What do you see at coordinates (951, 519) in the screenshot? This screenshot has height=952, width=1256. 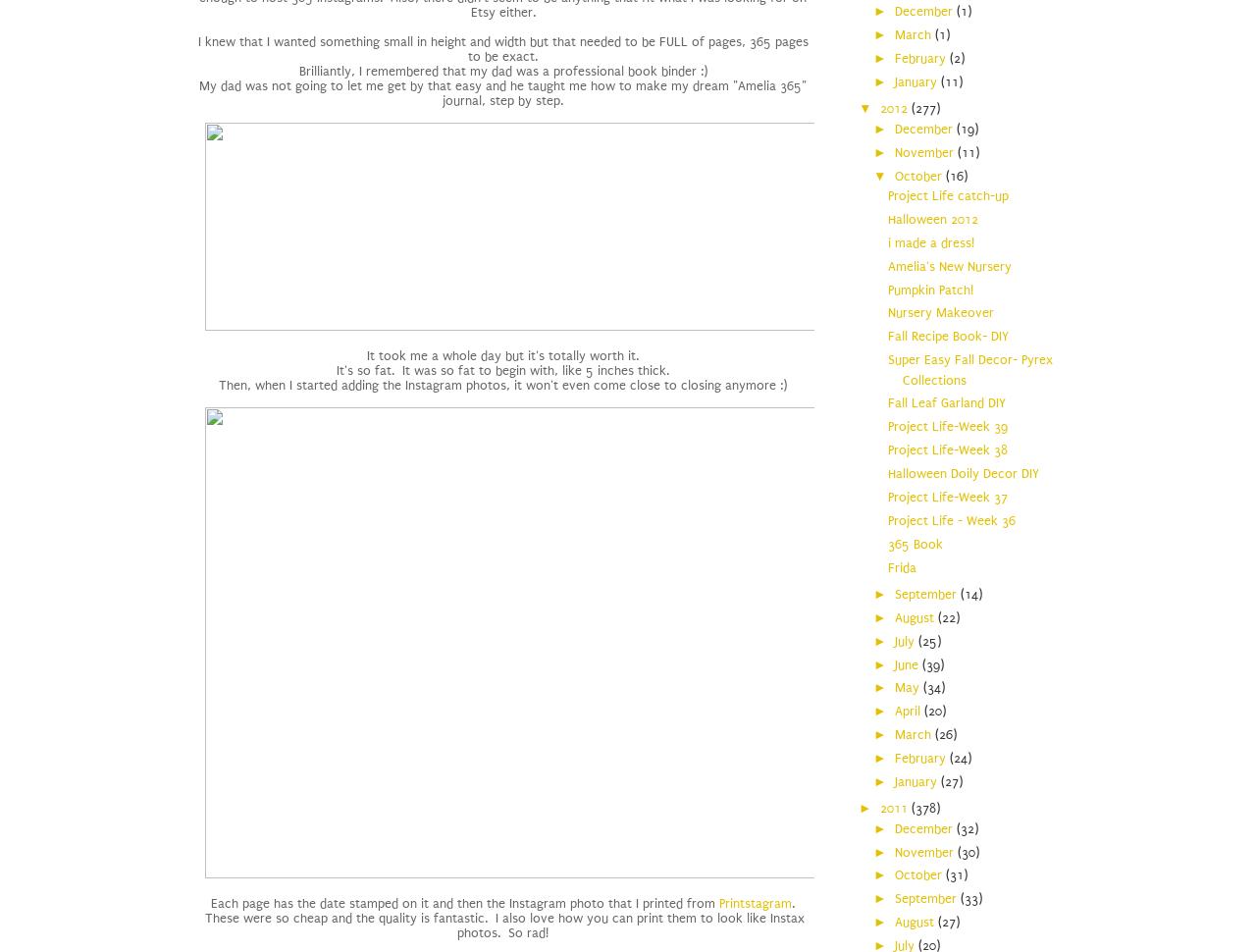 I see `'Project Life - Week 36'` at bounding box center [951, 519].